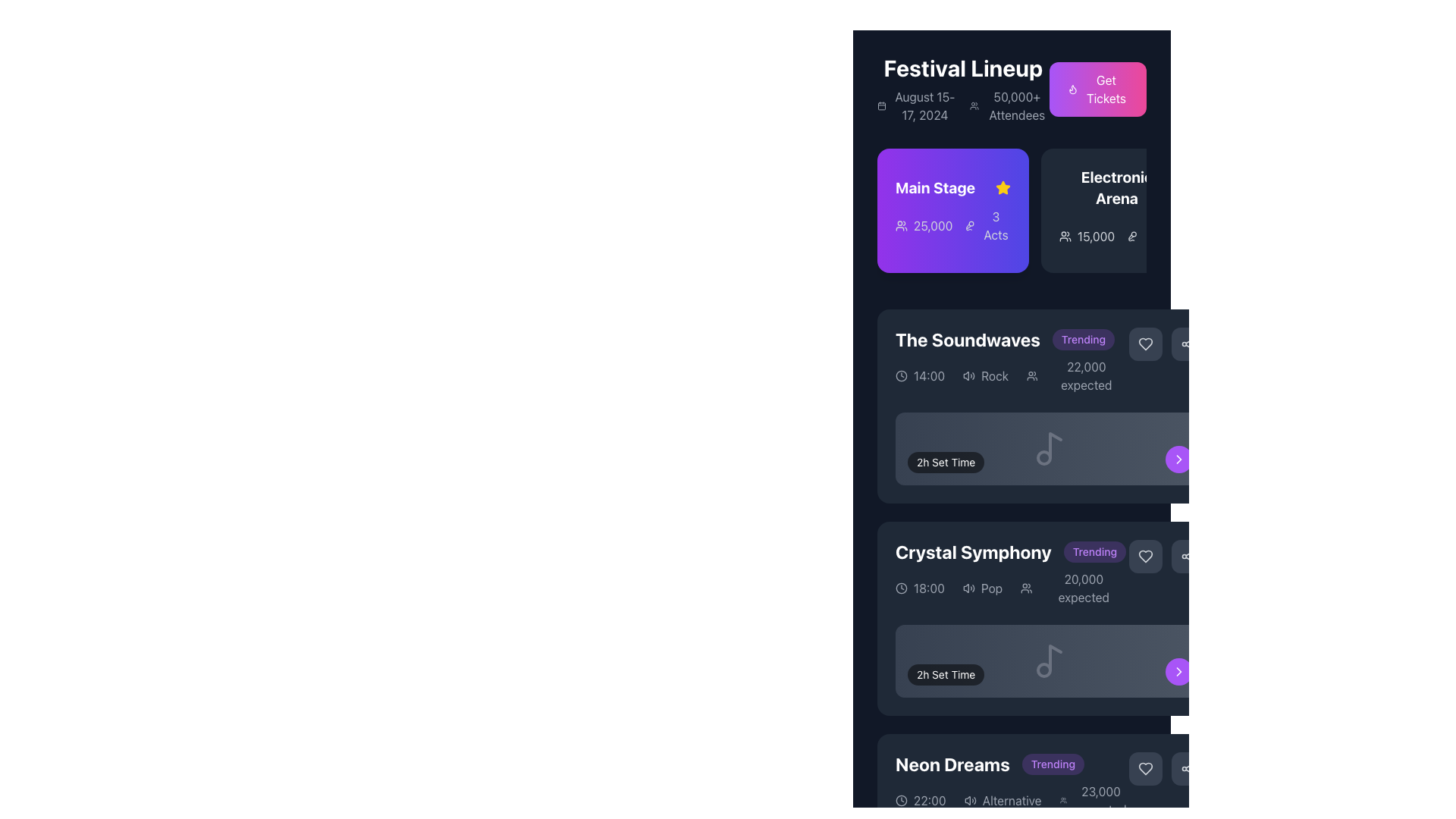  What do you see at coordinates (1012, 800) in the screenshot?
I see `the text label displaying 'Alternative' in the 'Neon Dreams' section, which is the only full-text label positioned to the right of an icon, below the event time details` at bounding box center [1012, 800].